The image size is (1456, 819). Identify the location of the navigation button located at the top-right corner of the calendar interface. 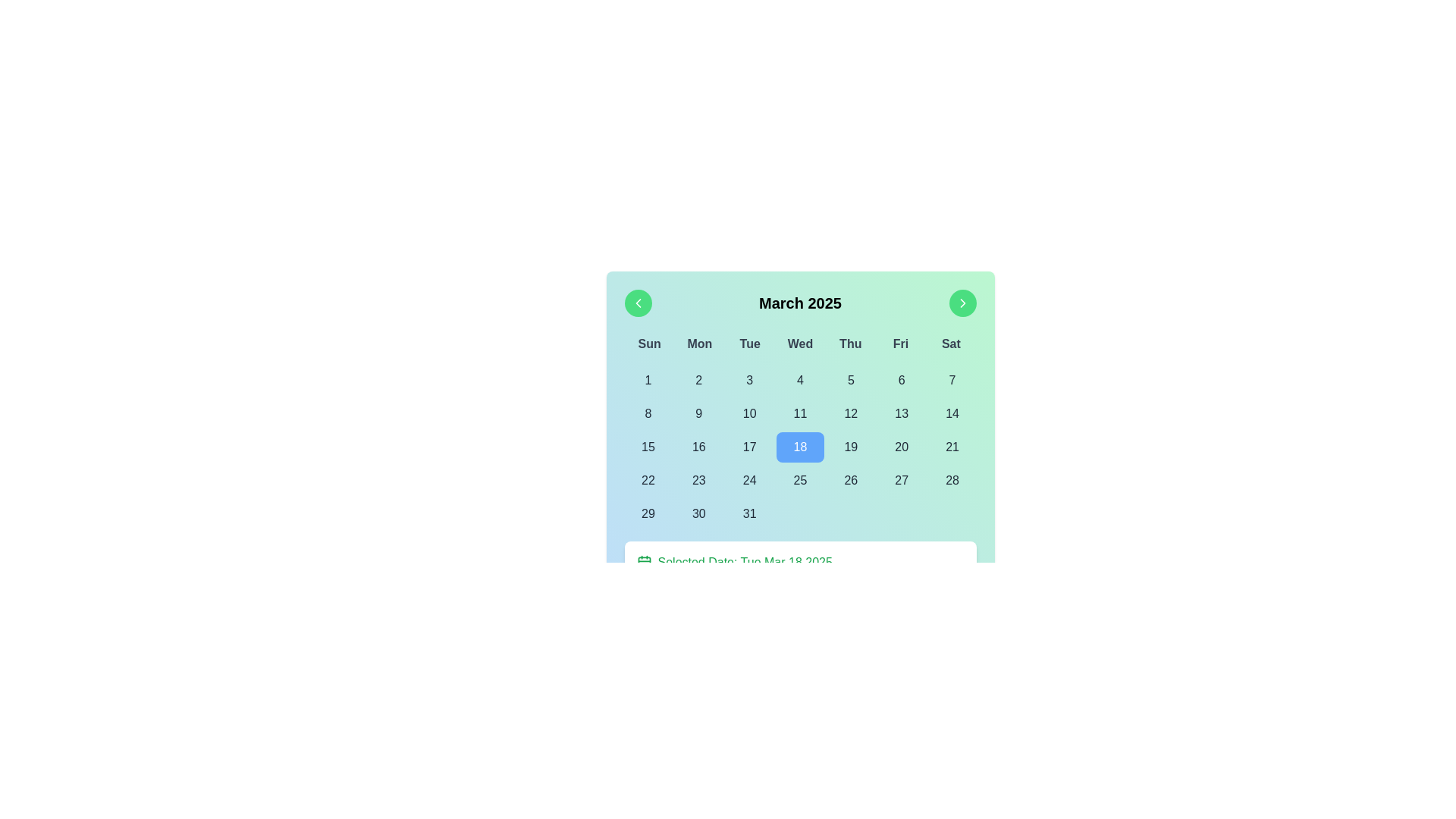
(962, 303).